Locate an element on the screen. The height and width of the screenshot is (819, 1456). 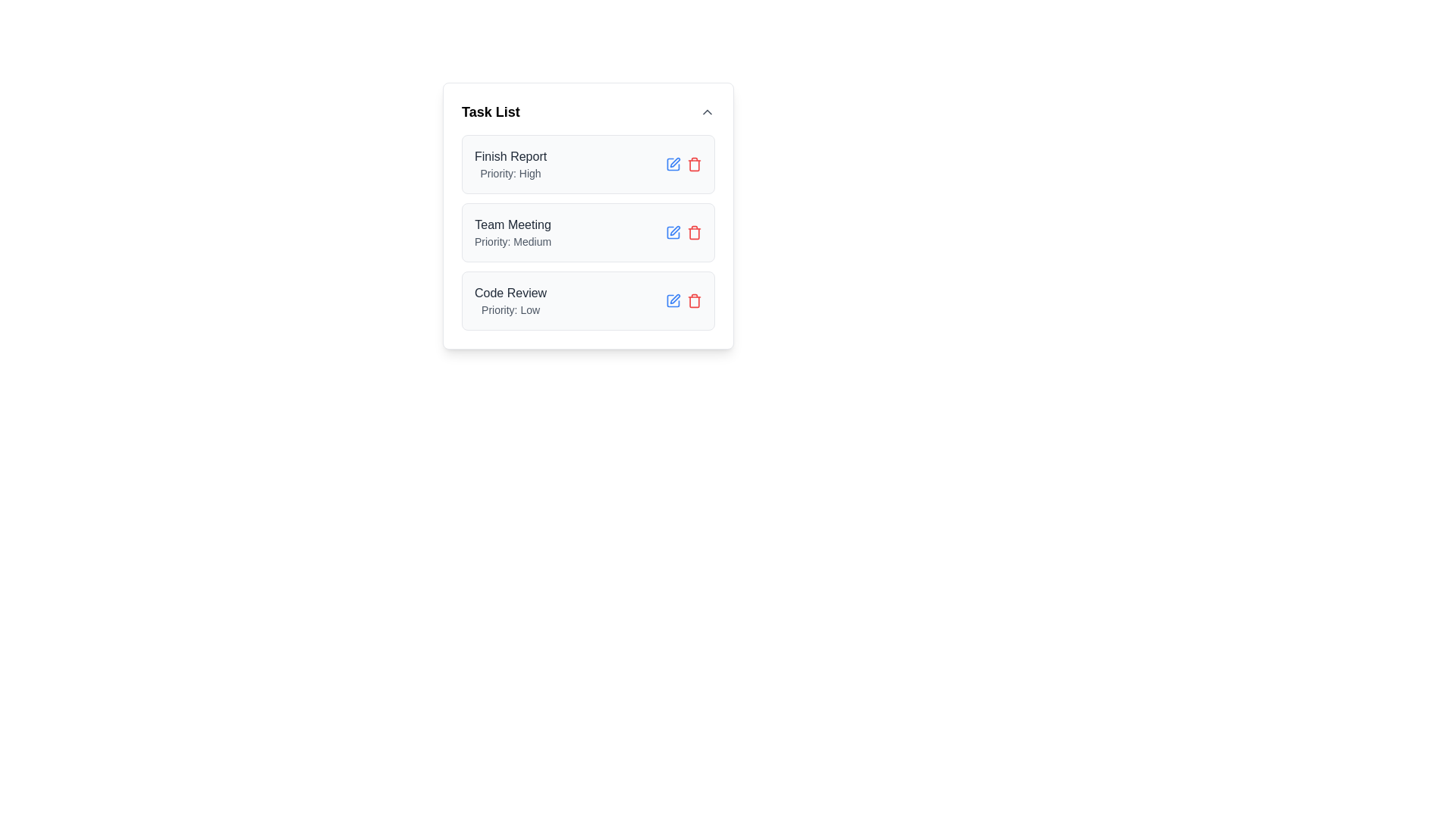
the button in the top-right corner of the 'Task List' section is located at coordinates (706, 111).